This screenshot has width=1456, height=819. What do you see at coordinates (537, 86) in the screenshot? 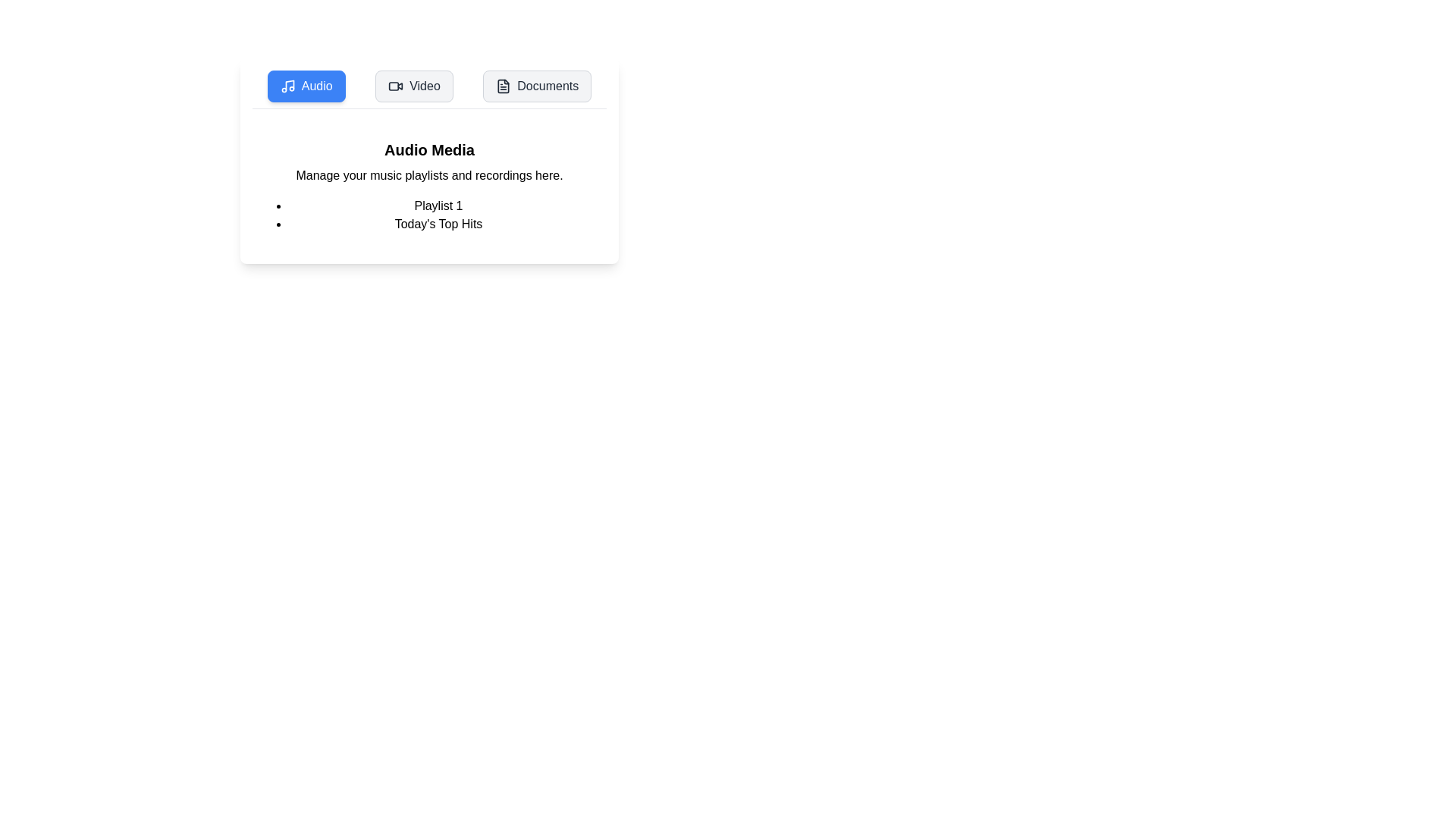
I see `the Documents tab to switch to its content` at bounding box center [537, 86].